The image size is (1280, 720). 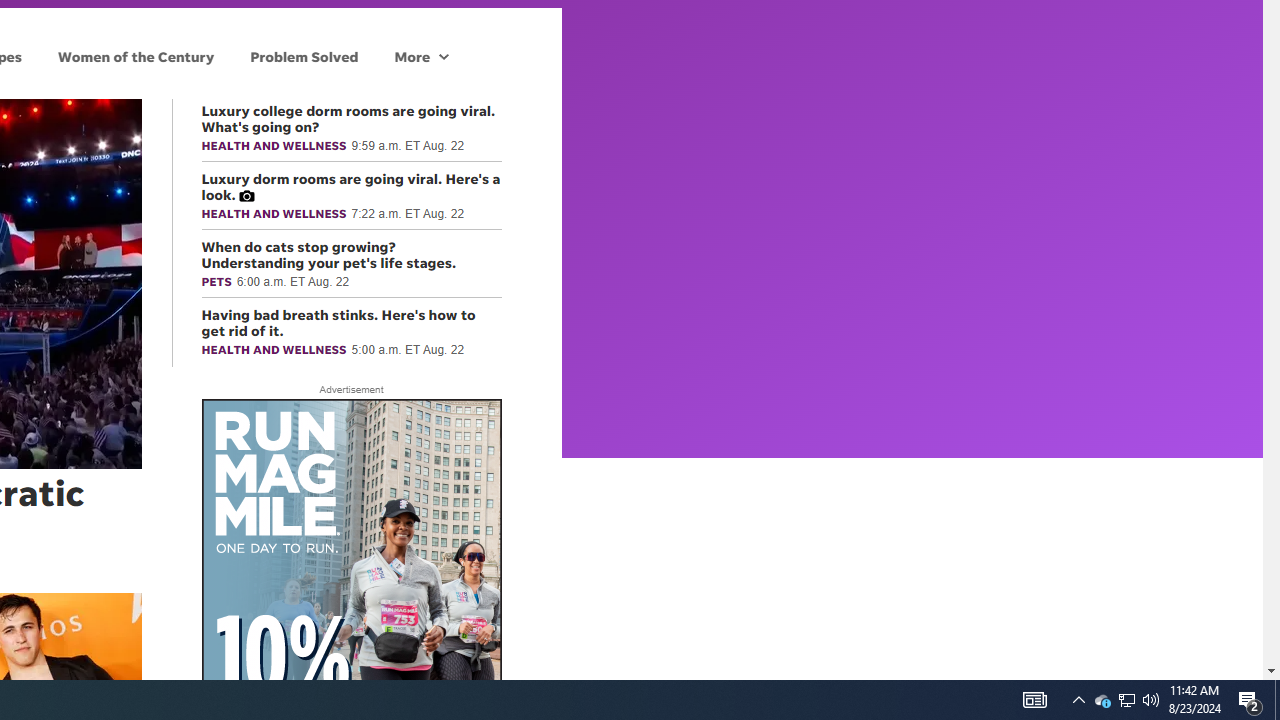 What do you see at coordinates (420, 55) in the screenshot?
I see `'More life navigation'` at bounding box center [420, 55].